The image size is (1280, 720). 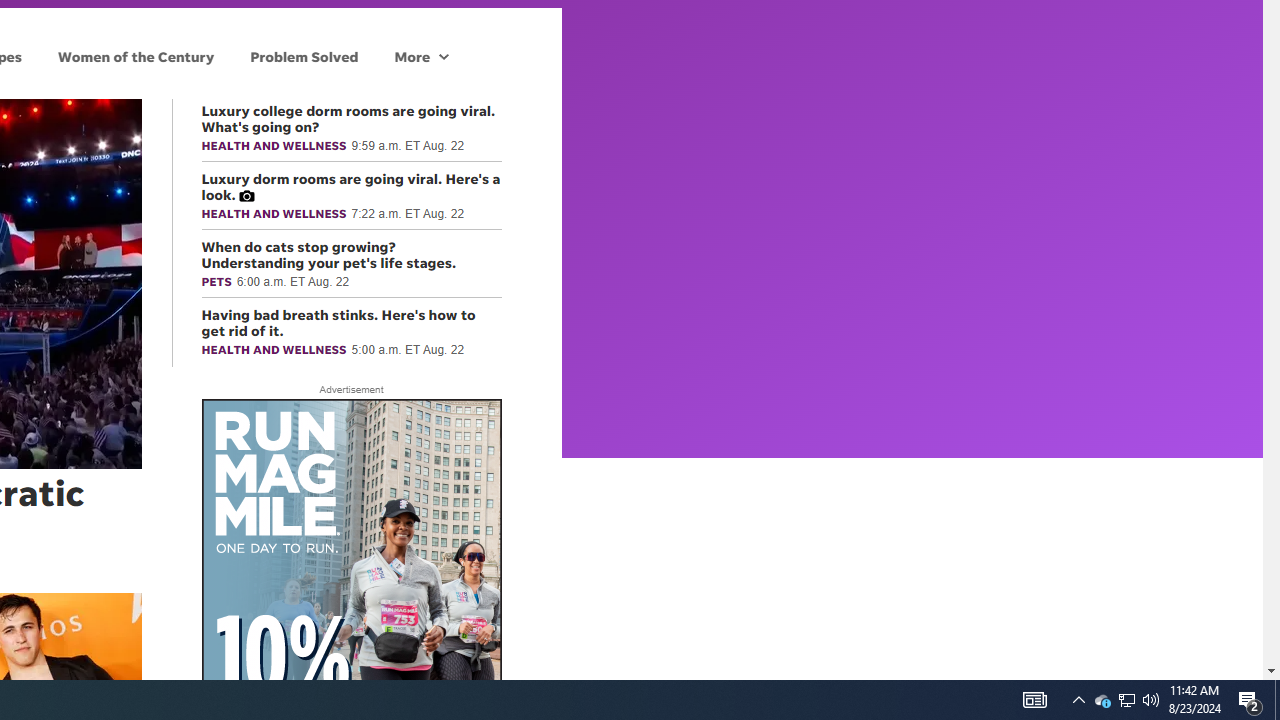 What do you see at coordinates (420, 55) in the screenshot?
I see `'More life navigation'` at bounding box center [420, 55].